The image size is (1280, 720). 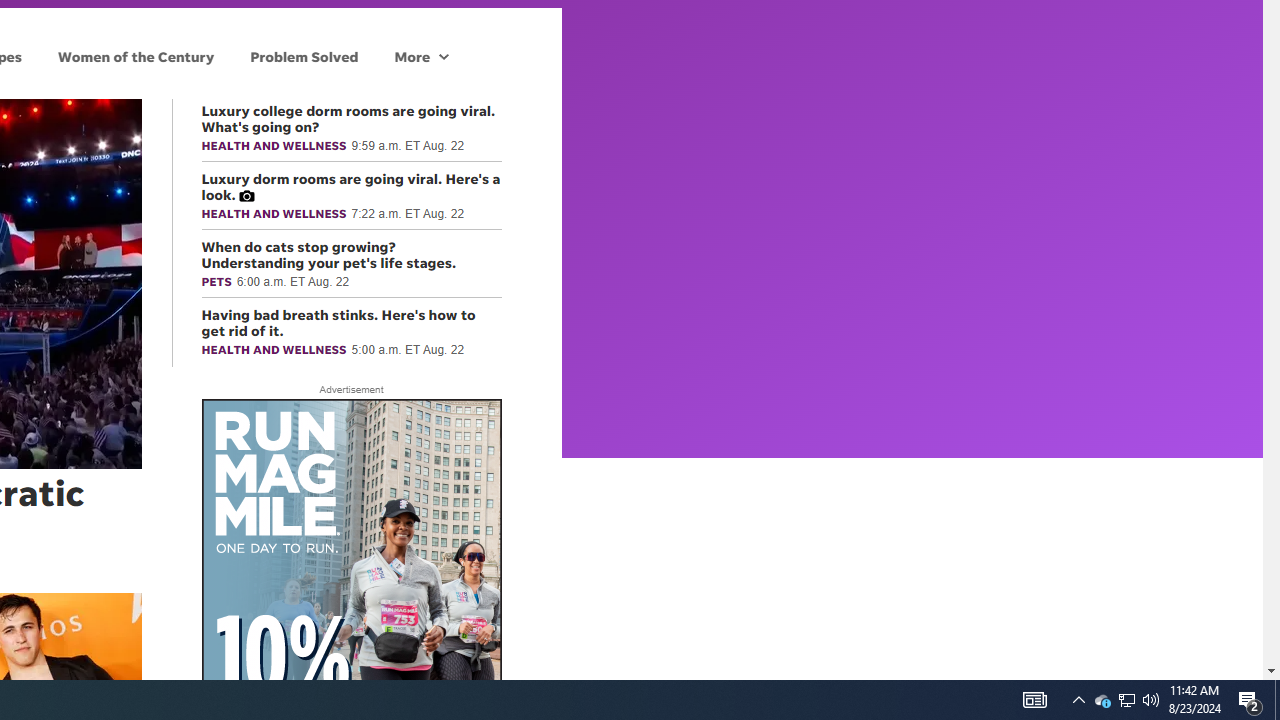 What do you see at coordinates (420, 55) in the screenshot?
I see `'More life navigation'` at bounding box center [420, 55].